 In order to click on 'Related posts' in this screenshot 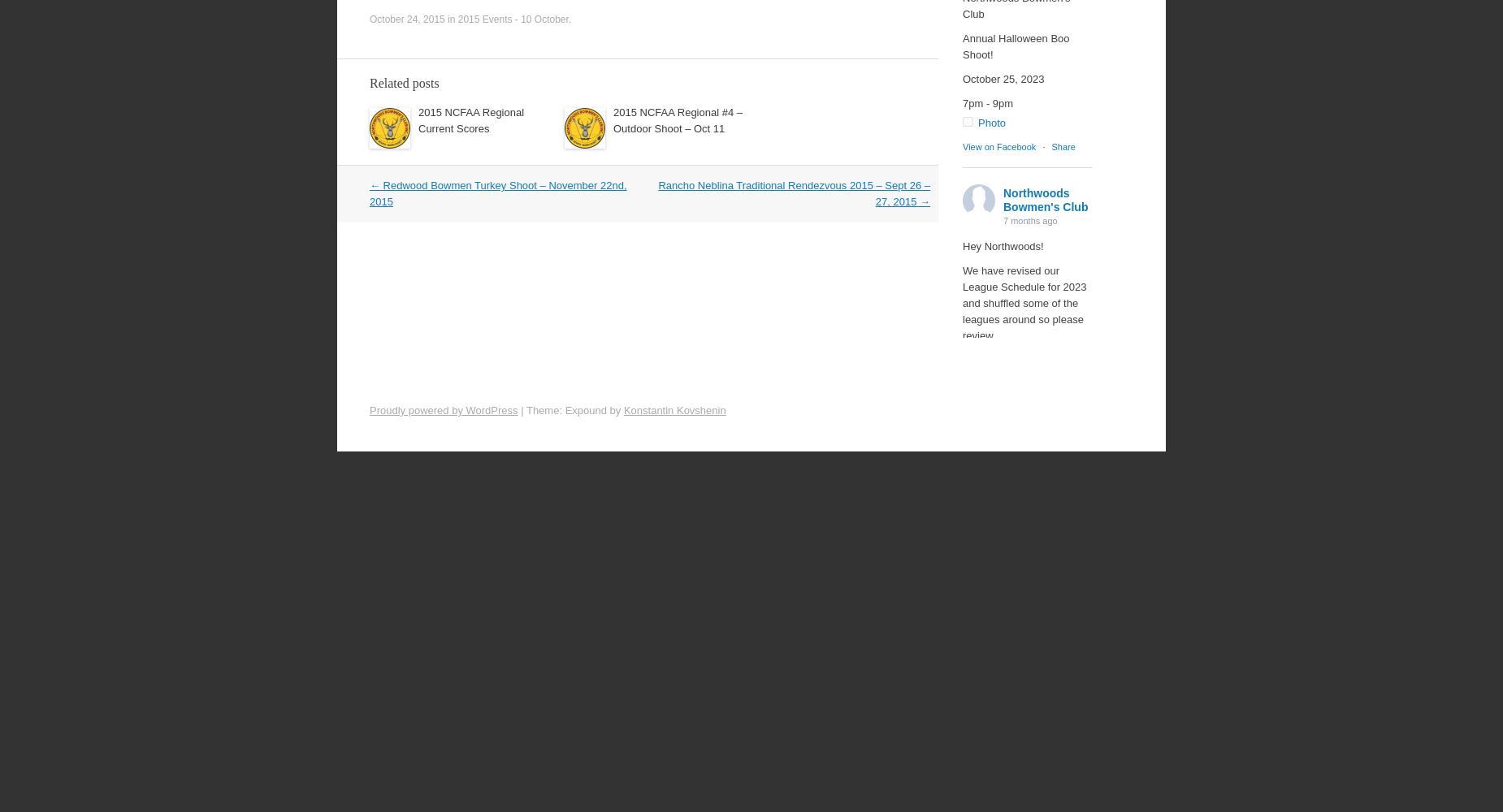, I will do `click(404, 82)`.